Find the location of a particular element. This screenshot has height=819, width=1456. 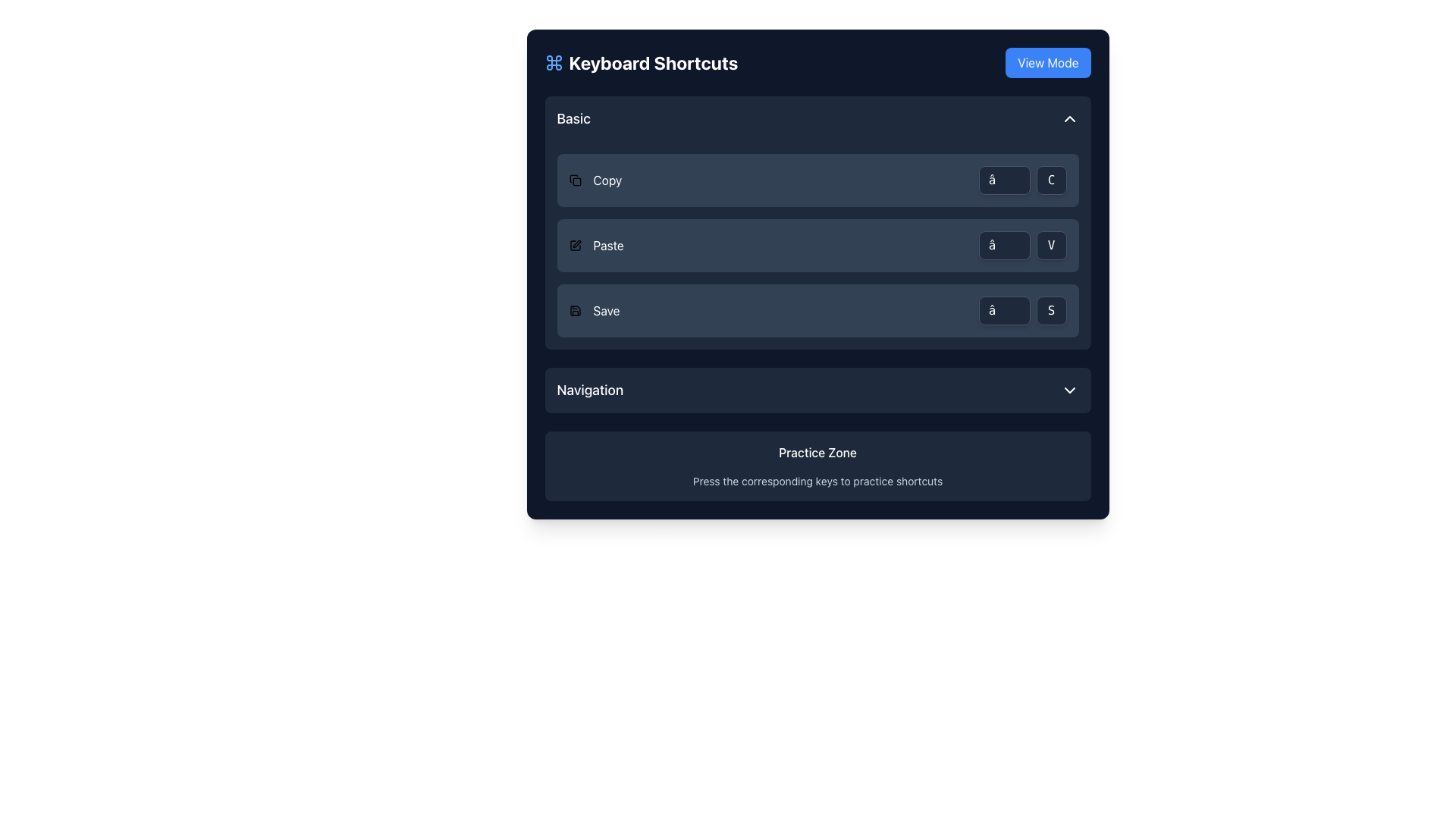

the 'Copy' icon located in the 'Basic' section of the keyboard shortcuts interface by moving the cursor to its center point is located at coordinates (573, 177).